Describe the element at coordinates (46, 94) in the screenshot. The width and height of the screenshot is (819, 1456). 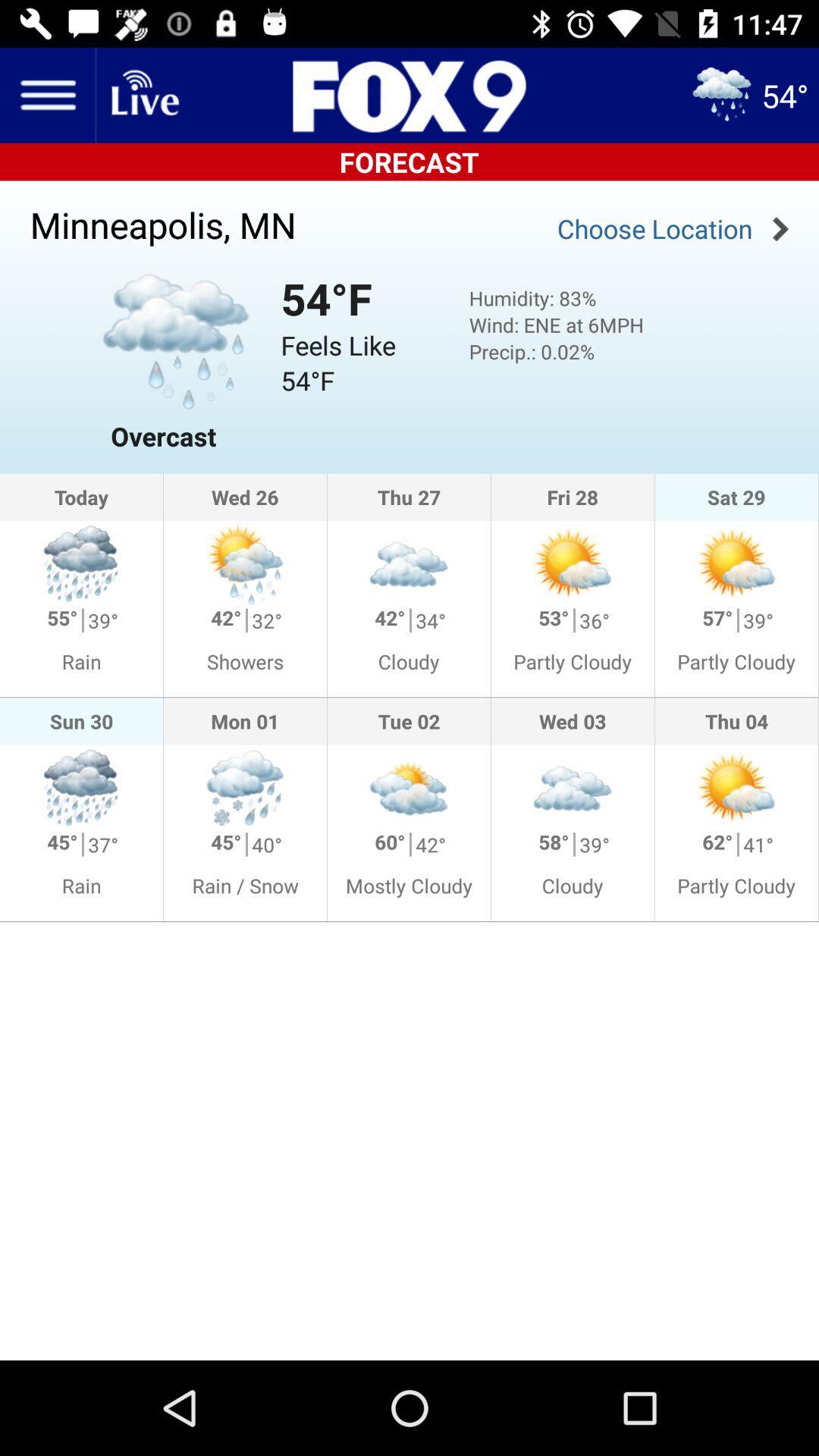
I see `the menu icon` at that location.